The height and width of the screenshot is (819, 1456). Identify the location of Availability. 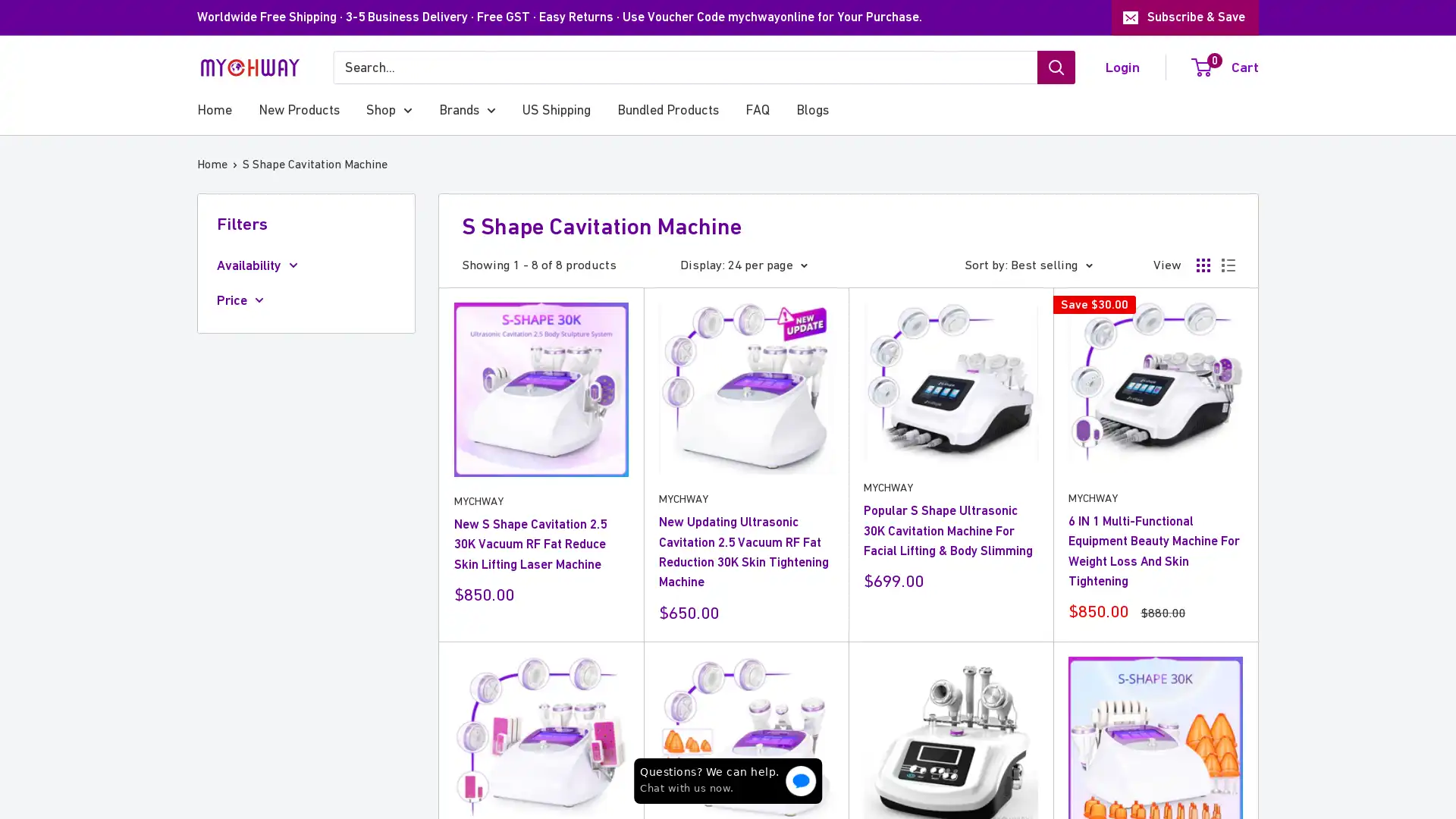
(305, 265).